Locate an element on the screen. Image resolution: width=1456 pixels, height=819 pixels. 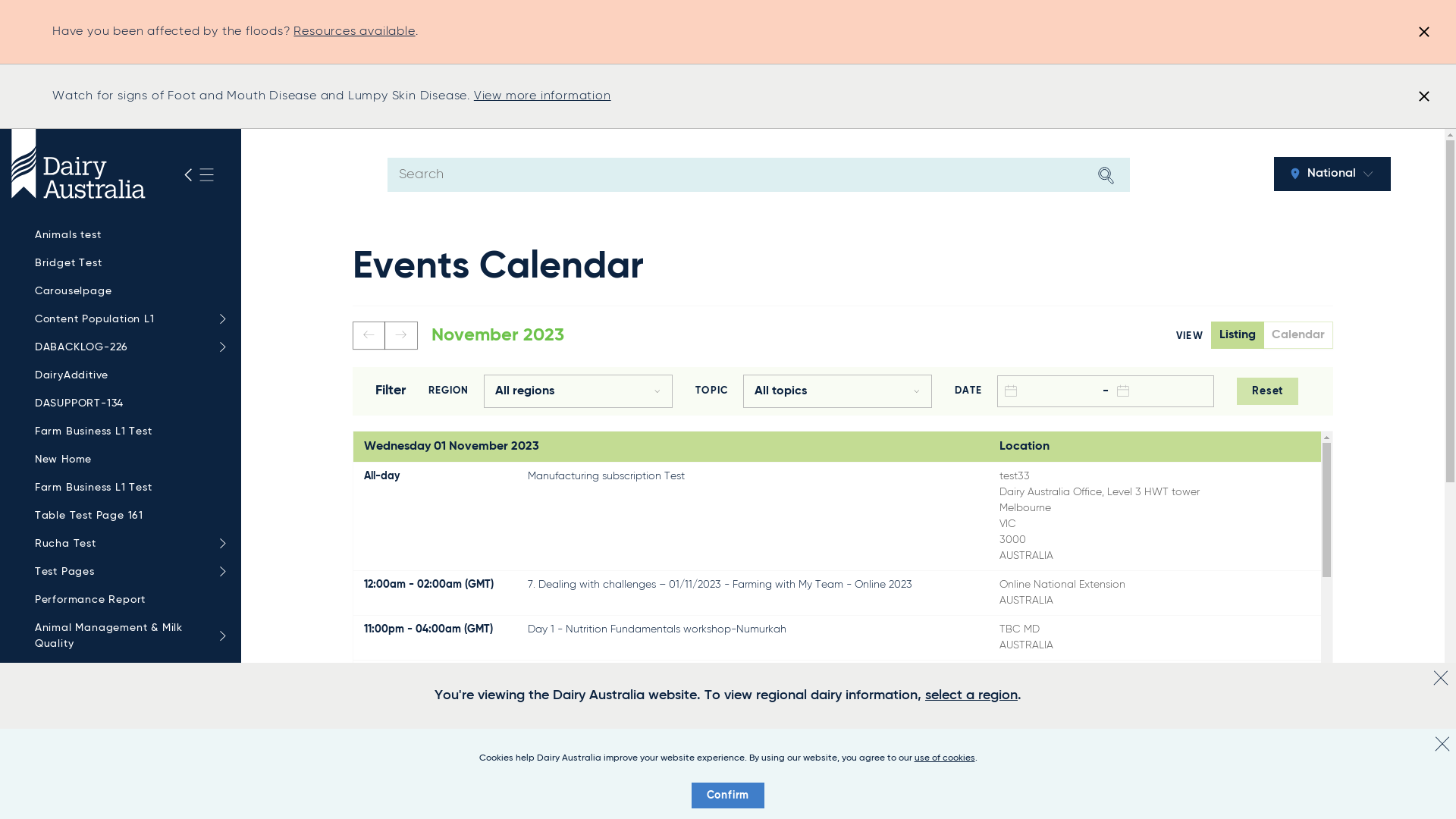
'Confirm' is located at coordinates (728, 795).